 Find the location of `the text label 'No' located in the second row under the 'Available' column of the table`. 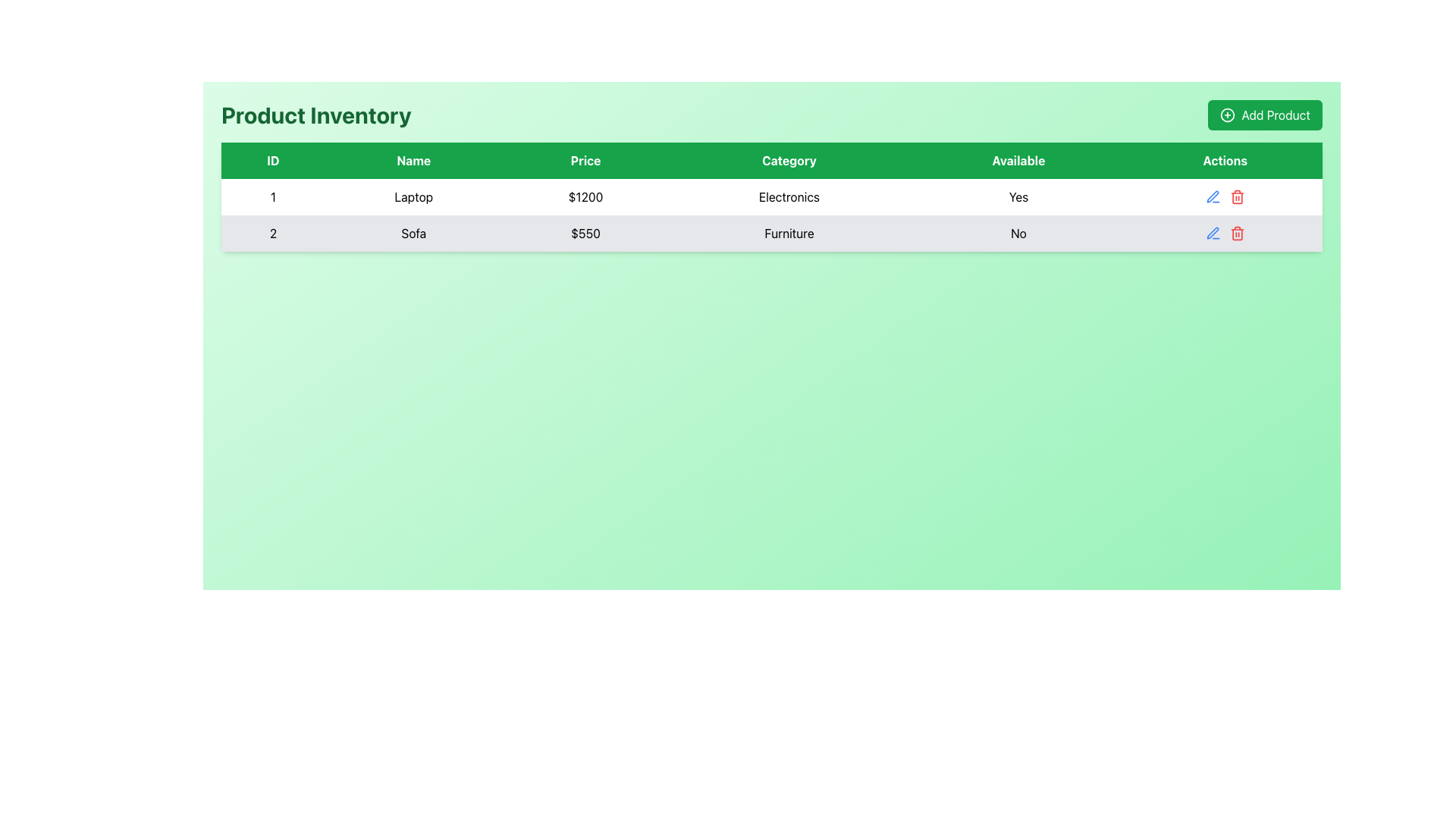

the text label 'No' located in the second row under the 'Available' column of the table is located at coordinates (1018, 234).